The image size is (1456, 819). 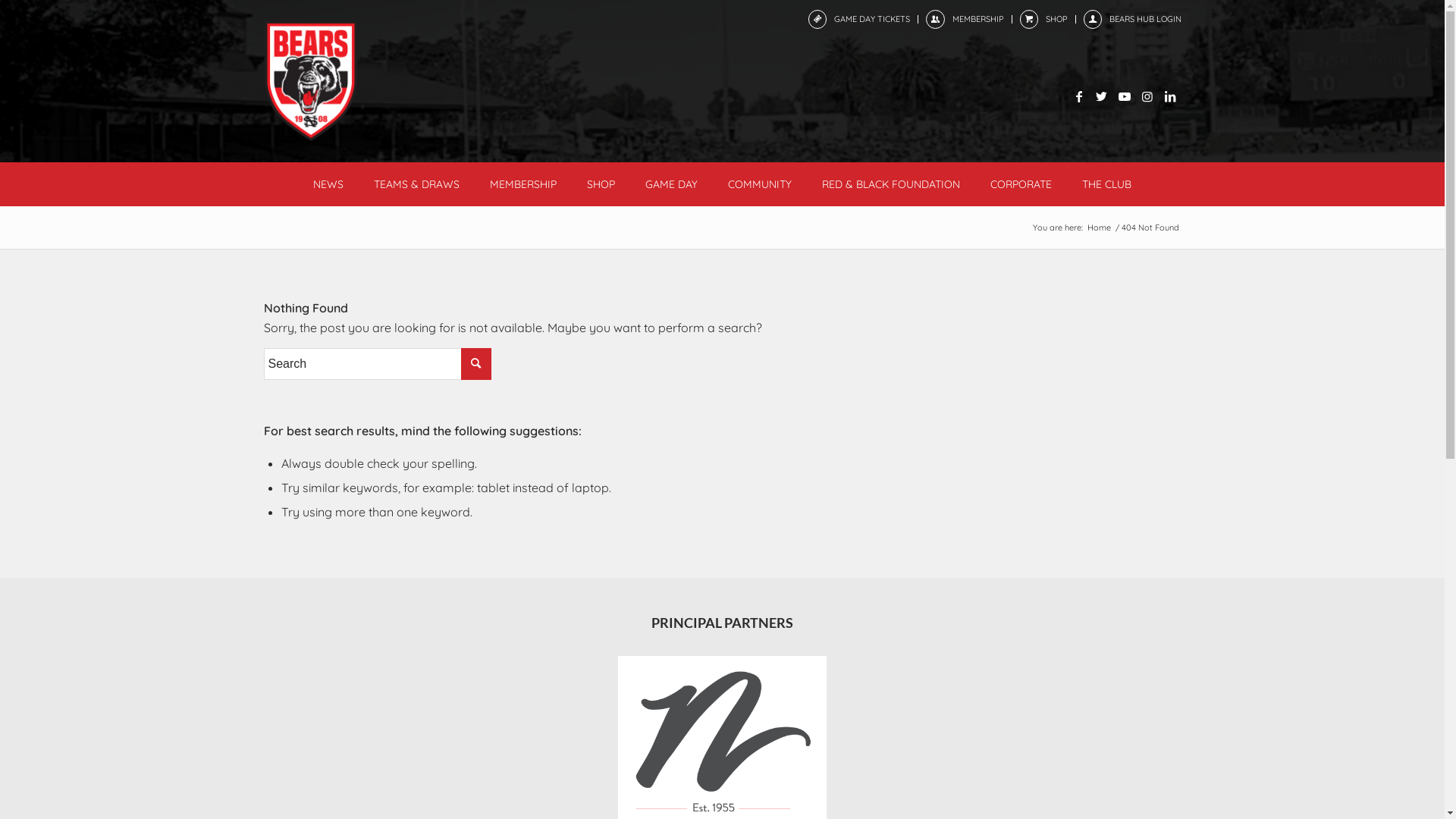 I want to click on 'MEMBERSHIP', so click(x=978, y=18).